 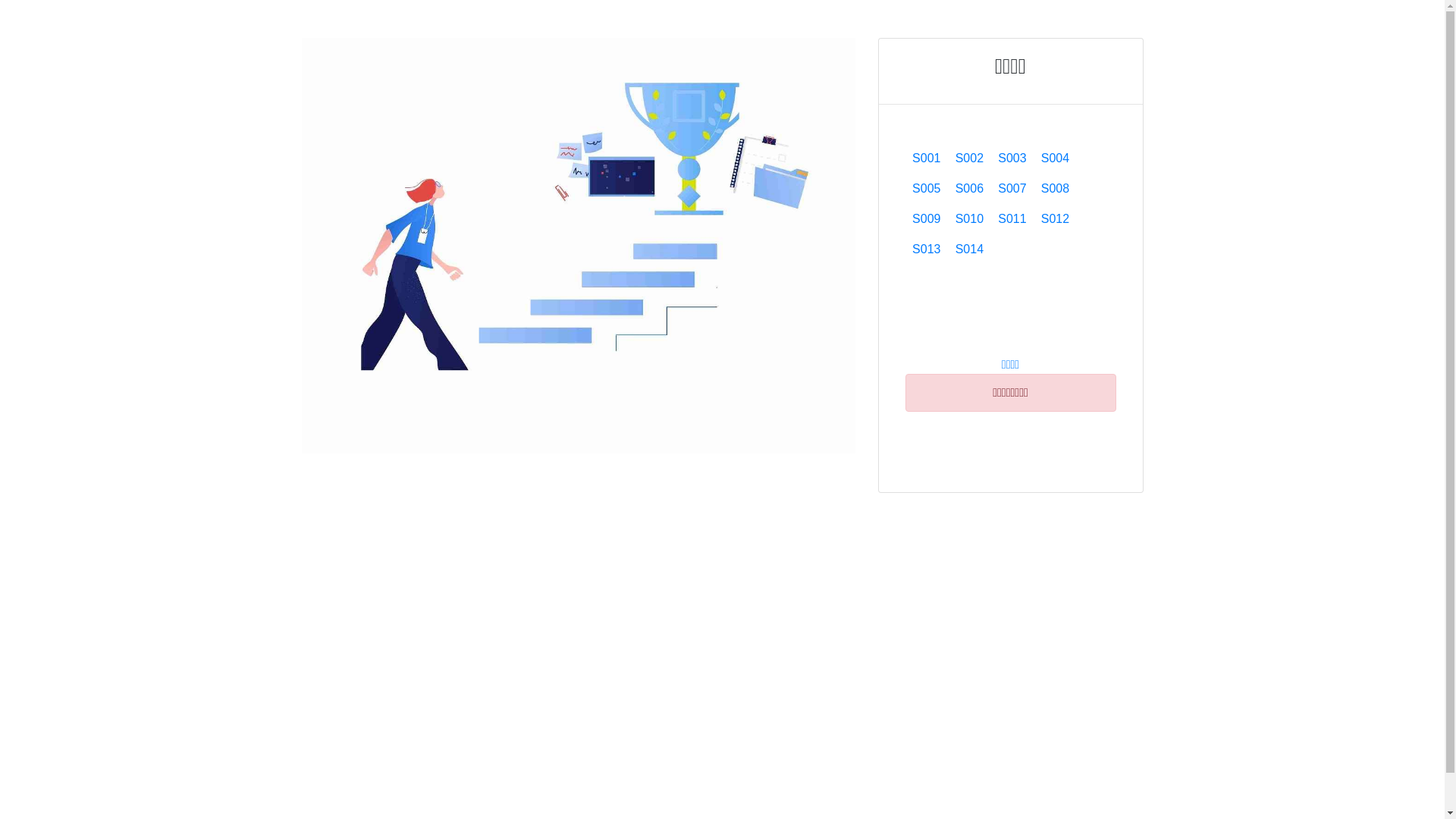 What do you see at coordinates (926, 158) in the screenshot?
I see `'S001'` at bounding box center [926, 158].